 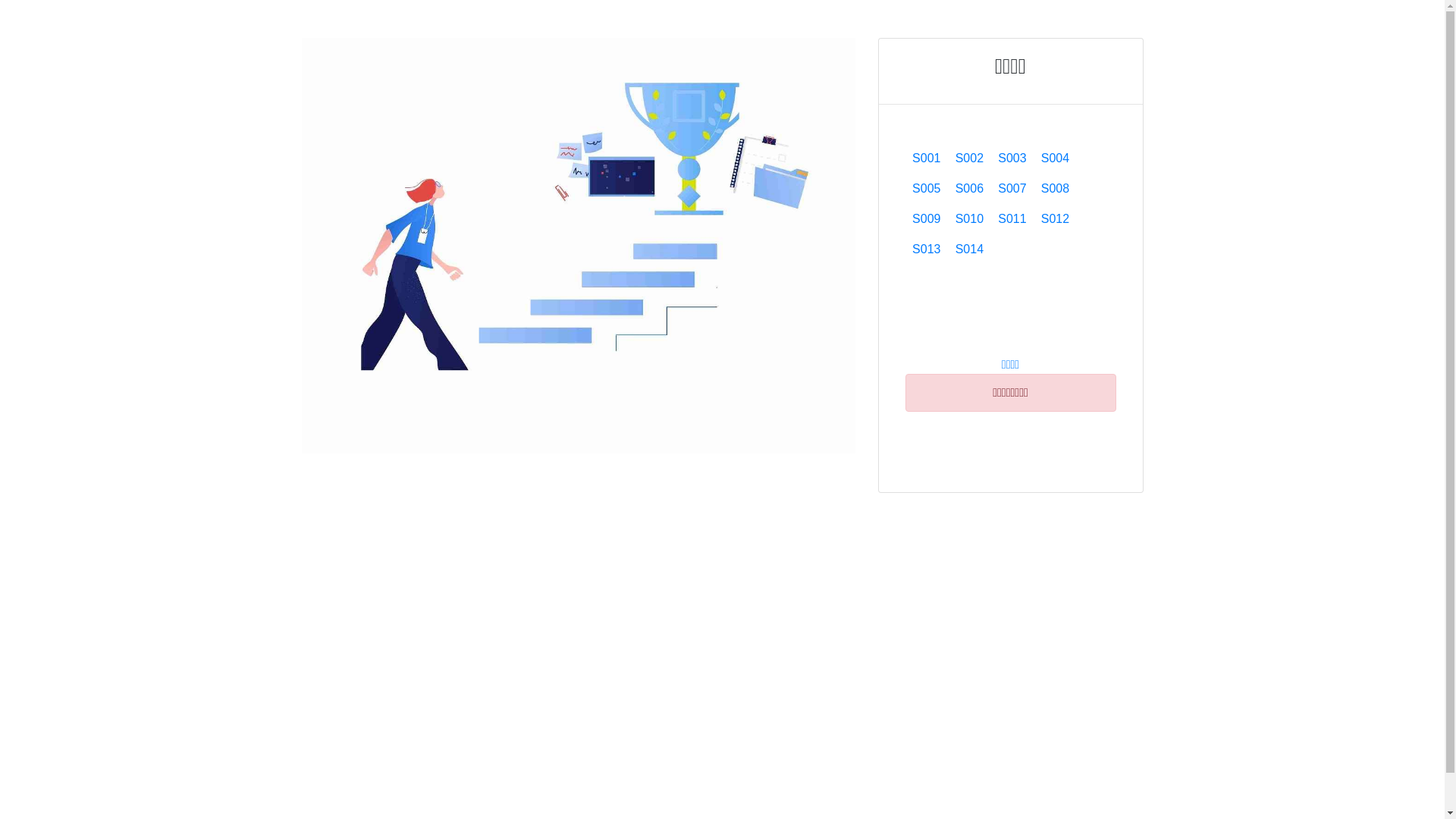 What do you see at coordinates (926, 158) in the screenshot?
I see `'S001'` at bounding box center [926, 158].